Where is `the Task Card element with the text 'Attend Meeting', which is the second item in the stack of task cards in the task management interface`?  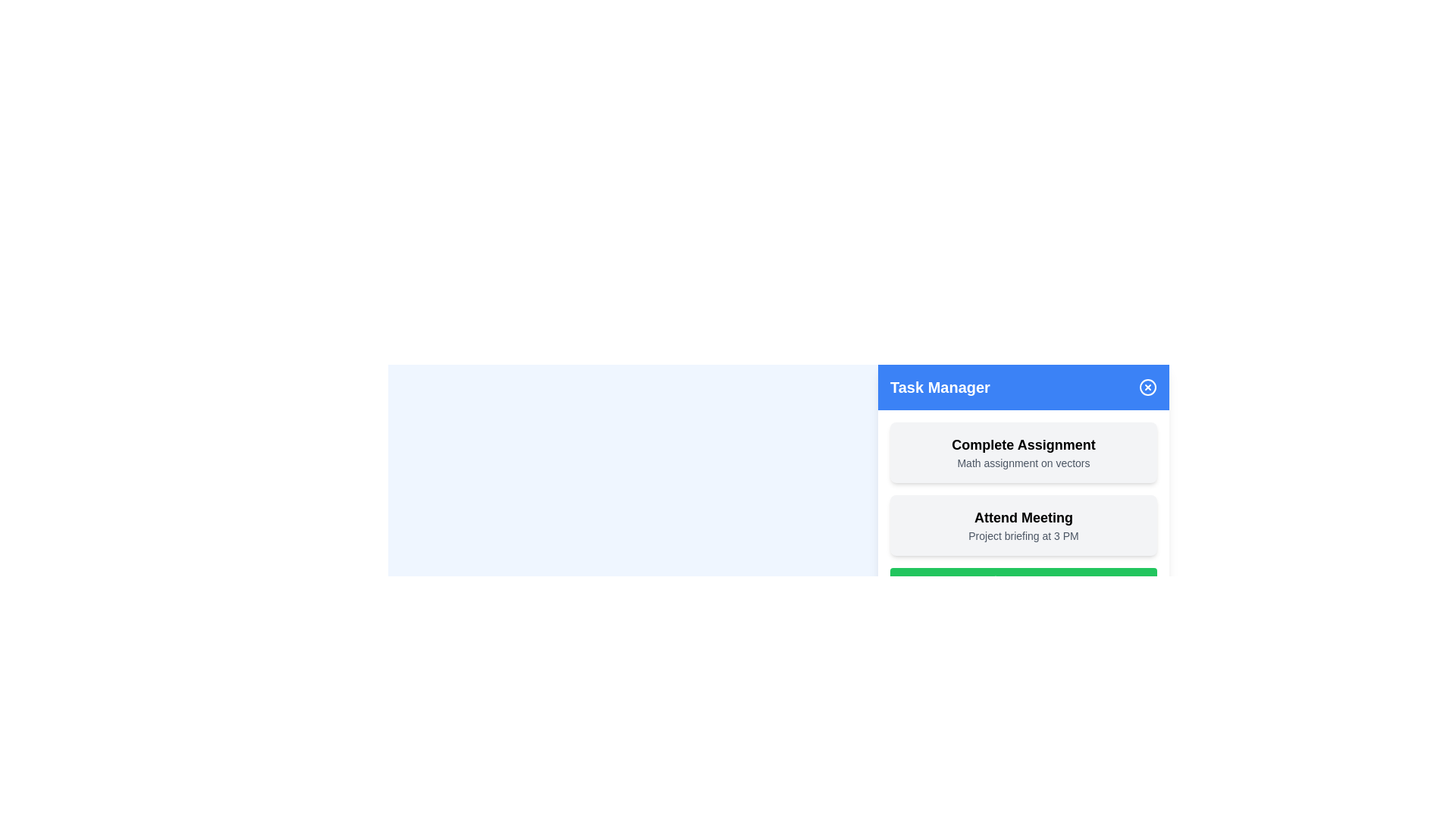 the Task Card element with the text 'Attend Meeting', which is the second item in the stack of task cards in the task management interface is located at coordinates (1023, 525).